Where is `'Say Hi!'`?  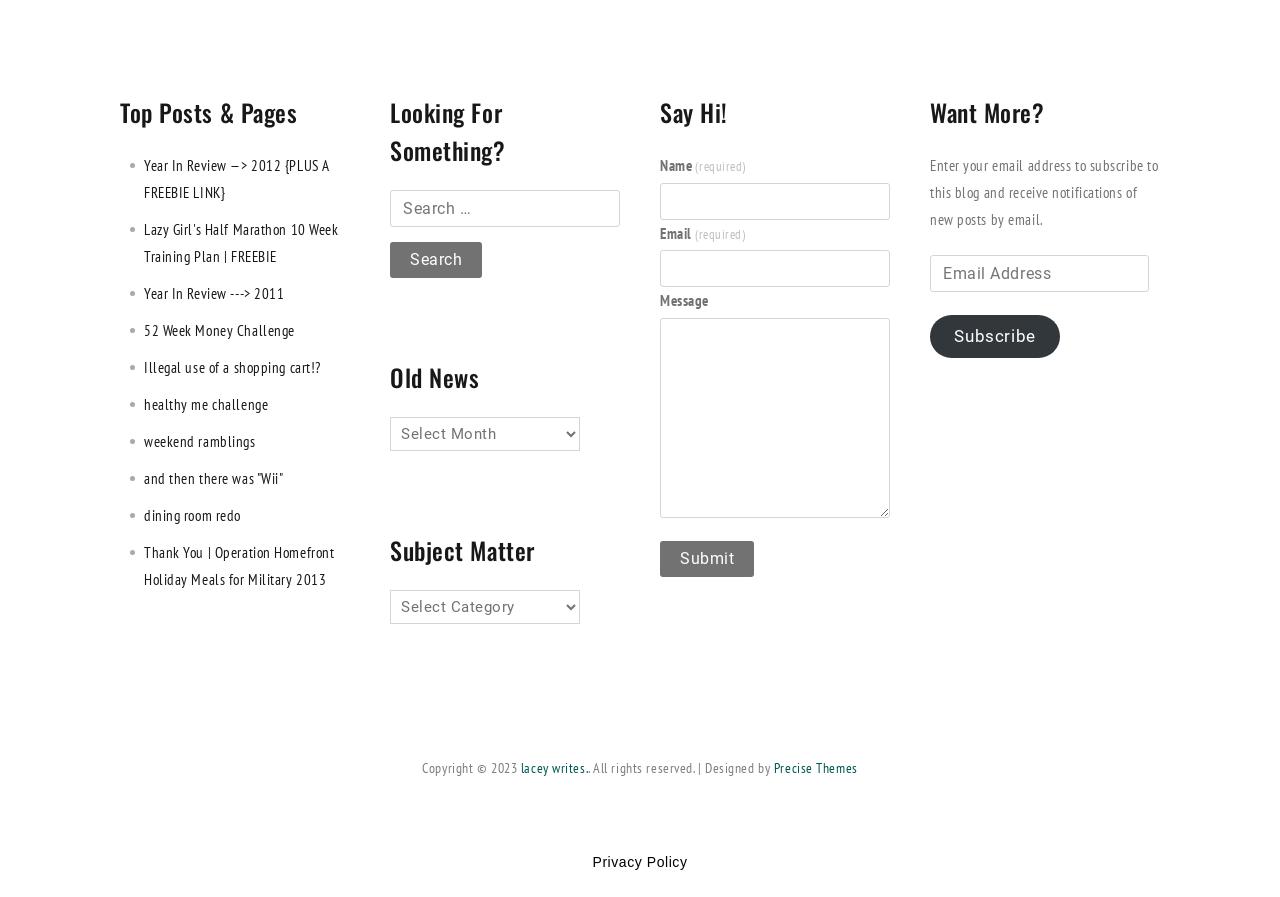 'Say Hi!' is located at coordinates (693, 111).